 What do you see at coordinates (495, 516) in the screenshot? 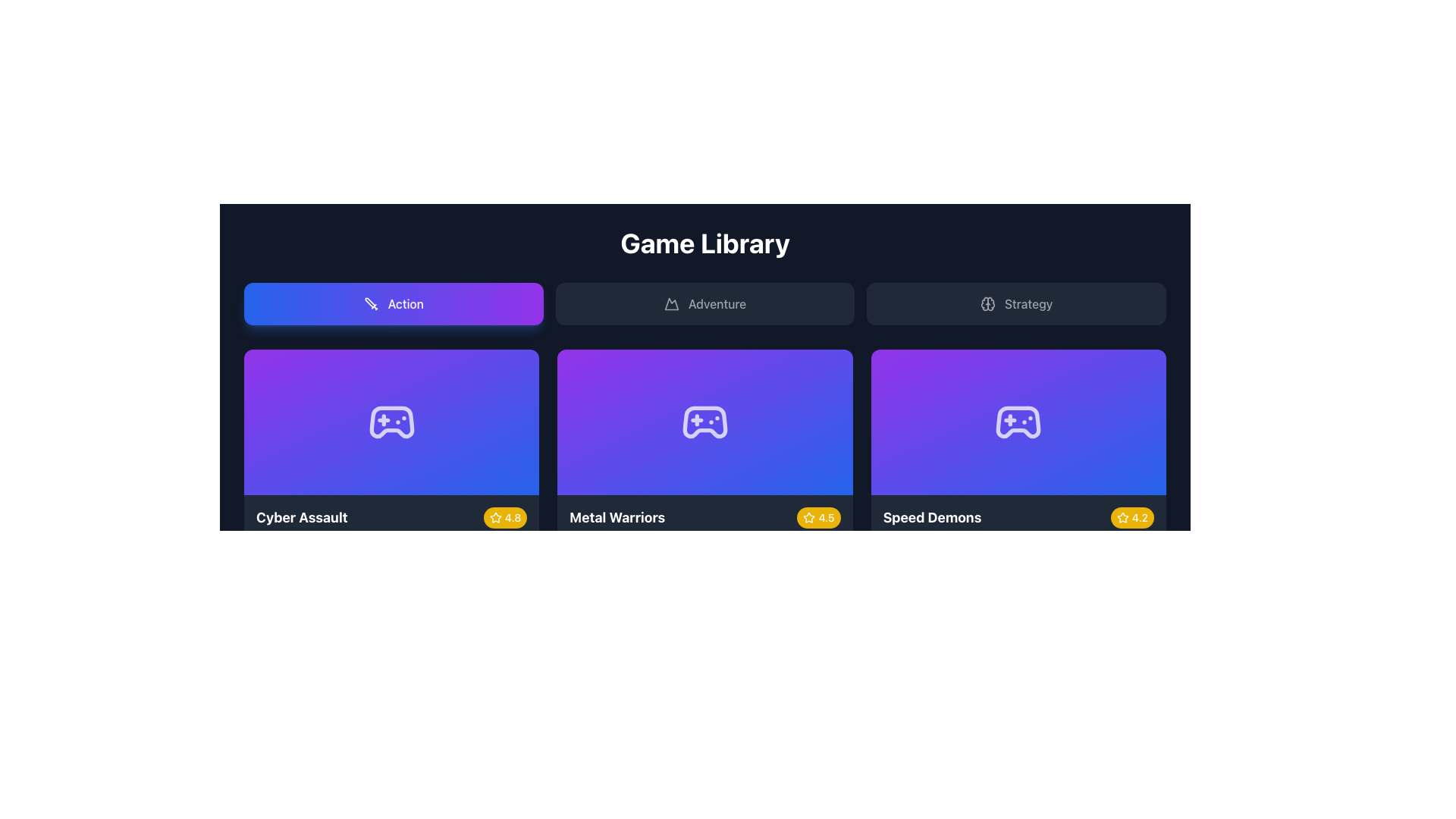
I see `the star-shaped icon filled with white, located within a yellow rounded rectangle next to the rating text '4.8' for the game 'Cyber Assault' at the bottom-right corner of its card` at bounding box center [495, 516].